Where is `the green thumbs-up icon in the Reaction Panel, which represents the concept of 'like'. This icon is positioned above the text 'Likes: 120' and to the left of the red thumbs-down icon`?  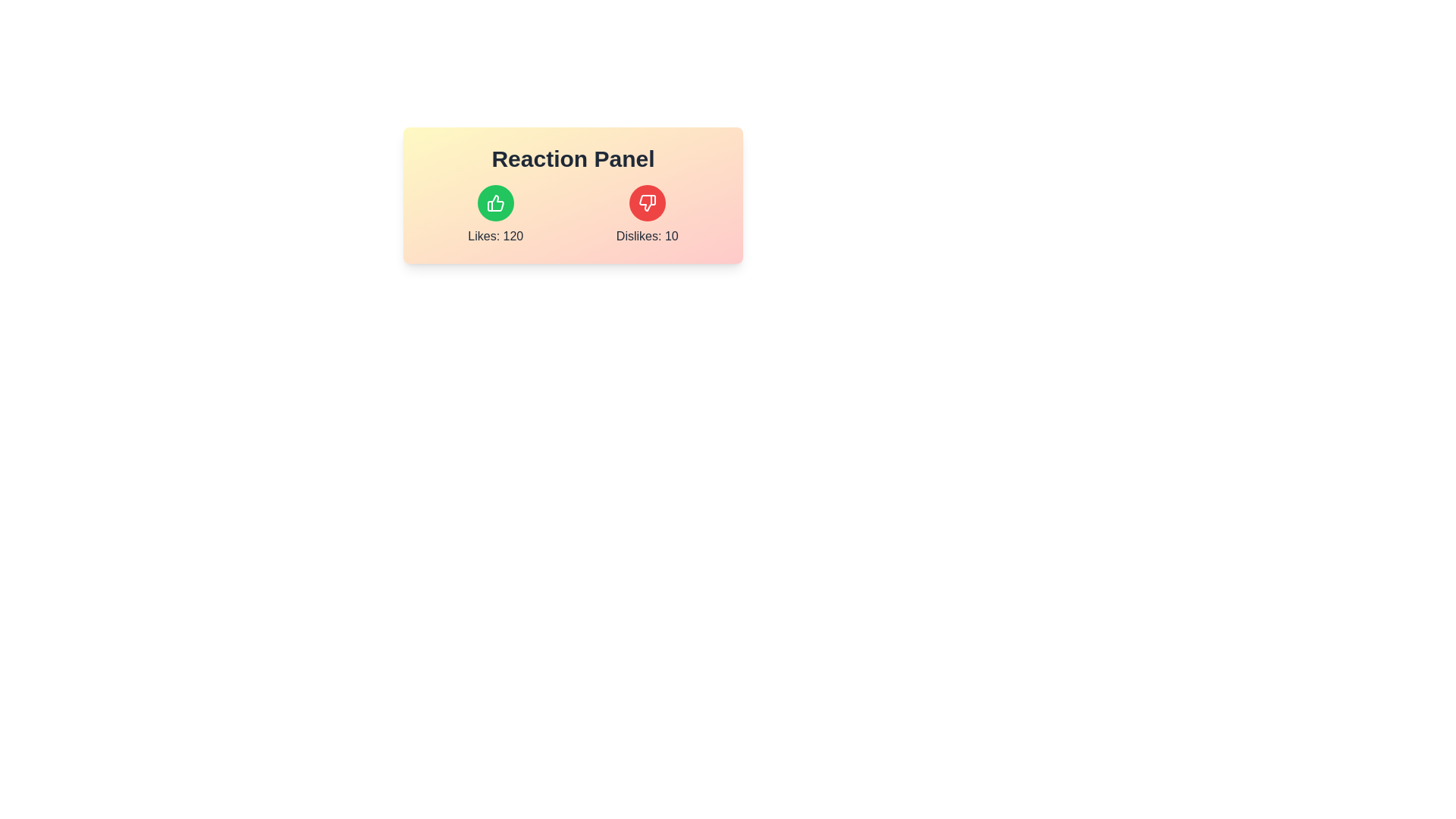
the green thumbs-up icon in the Reaction Panel, which represents the concept of 'like'. This icon is positioned above the text 'Likes: 120' and to the left of the red thumbs-down icon is located at coordinates (495, 202).